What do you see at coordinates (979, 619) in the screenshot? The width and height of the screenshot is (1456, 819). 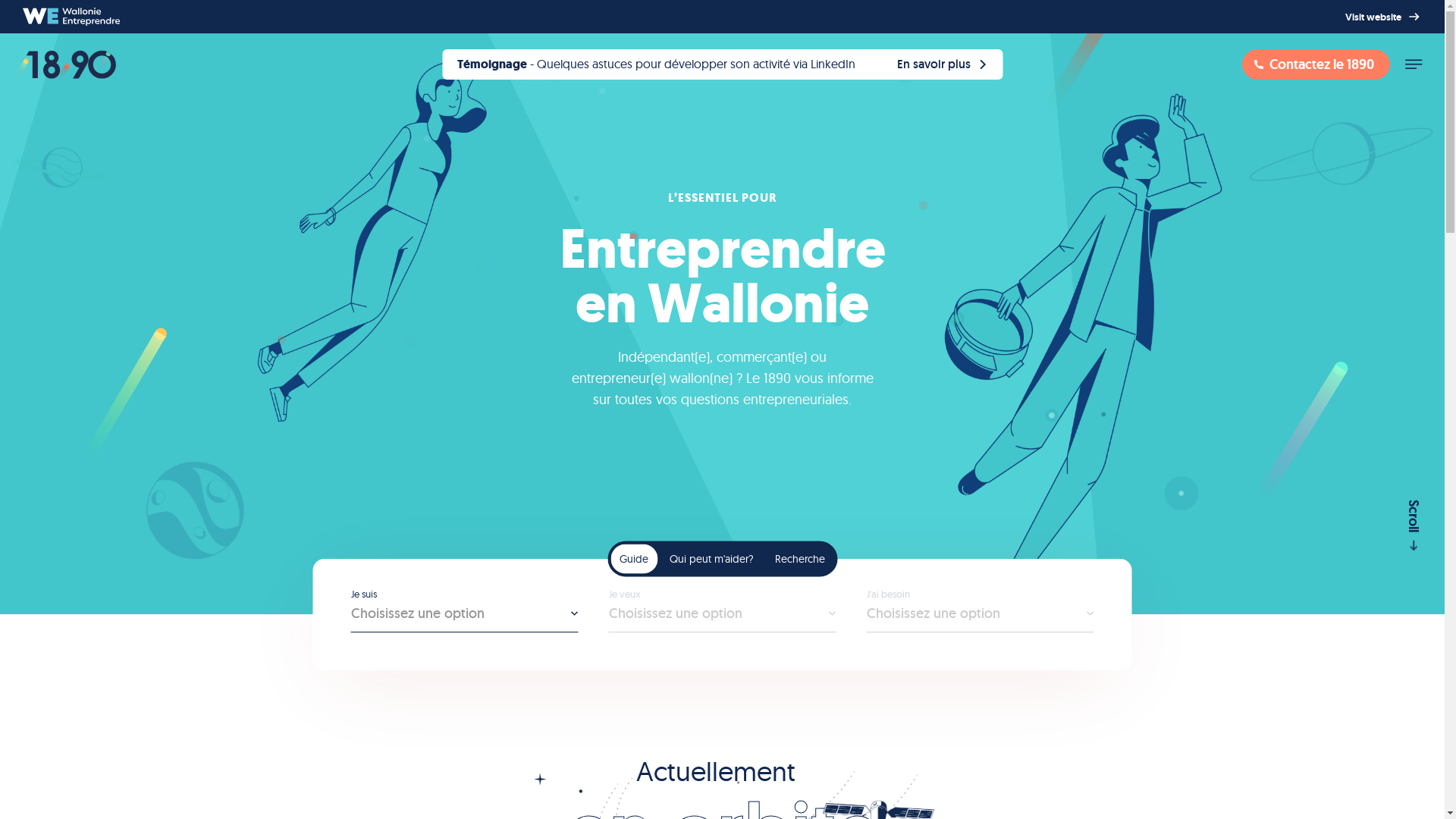 I see `'Choisissez une option'` at bounding box center [979, 619].